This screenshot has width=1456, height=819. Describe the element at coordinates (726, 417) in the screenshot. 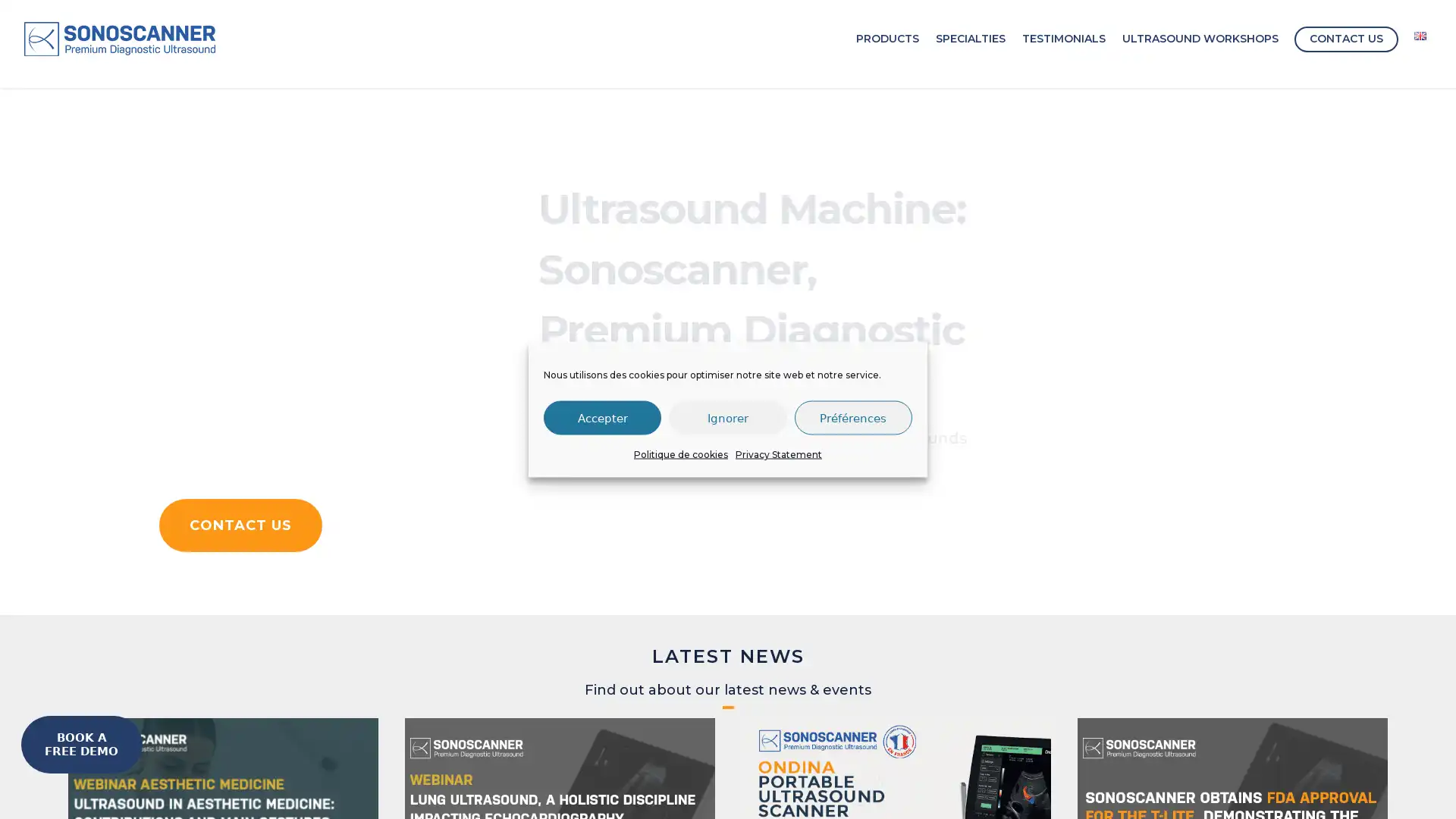

I see `Ignorer` at that location.